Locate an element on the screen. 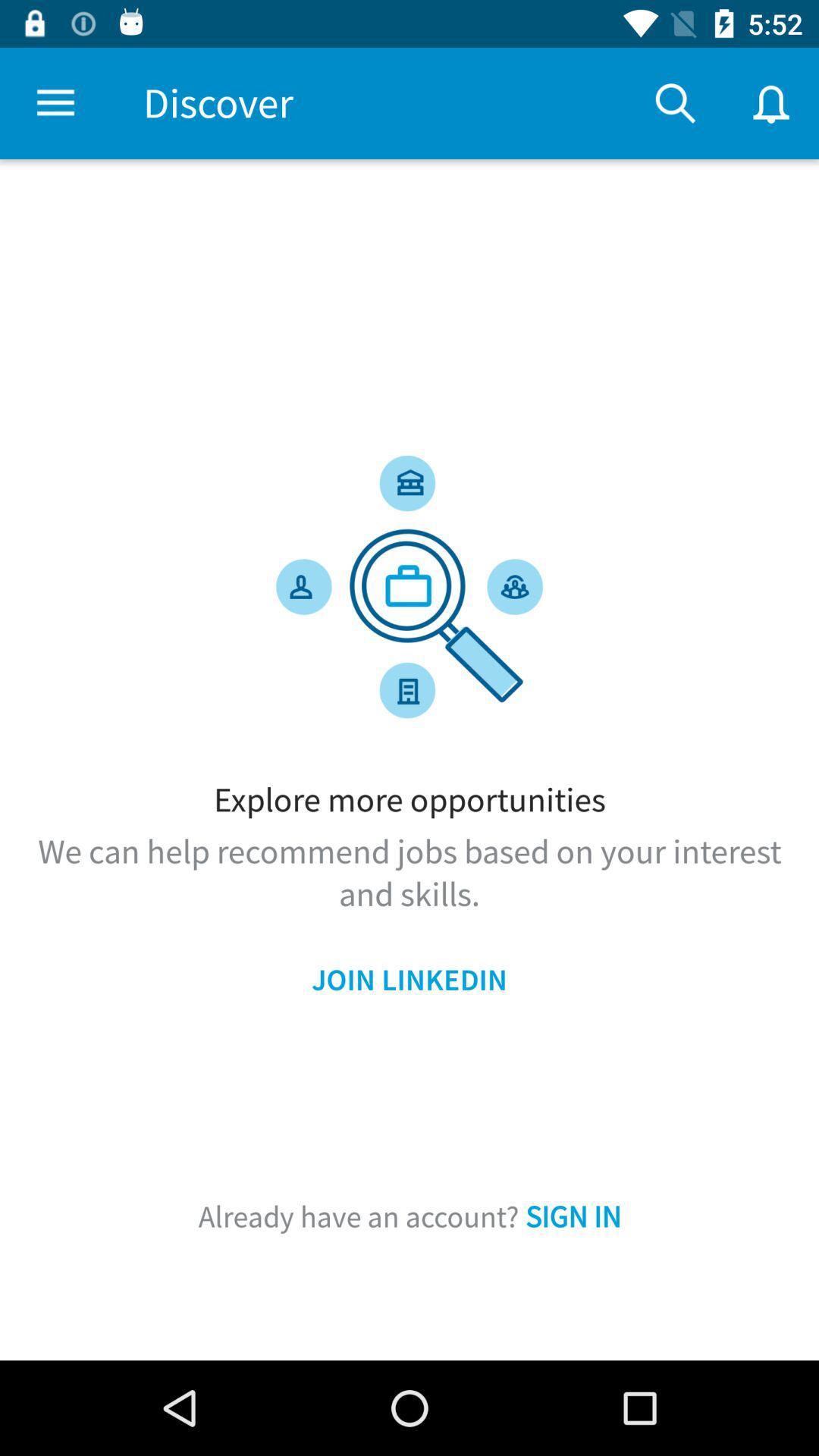 This screenshot has height=1456, width=819. icon next to the discover is located at coordinates (675, 102).